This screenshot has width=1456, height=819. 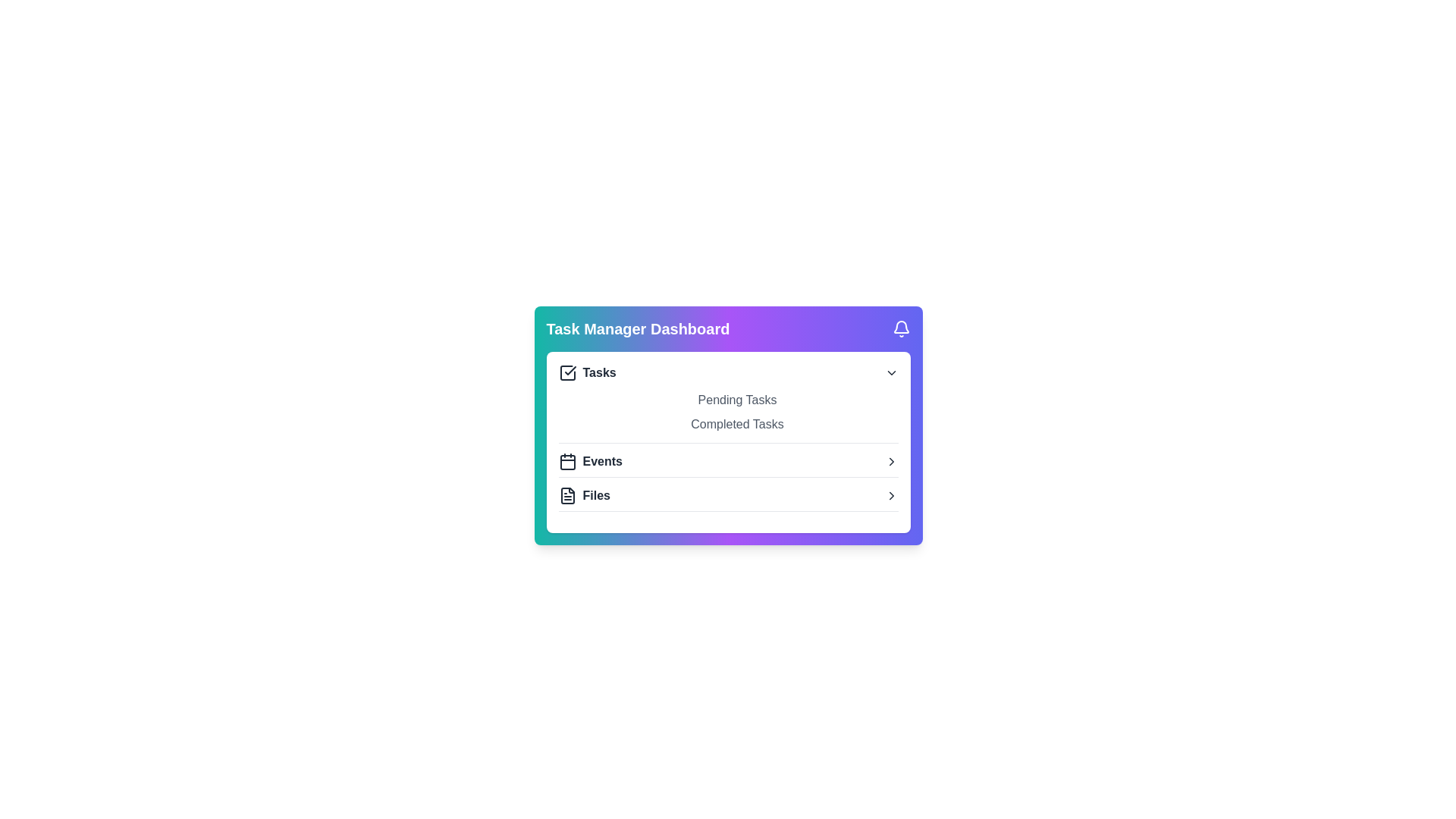 I want to click on the bold text label 'Events', so click(x=601, y=461).